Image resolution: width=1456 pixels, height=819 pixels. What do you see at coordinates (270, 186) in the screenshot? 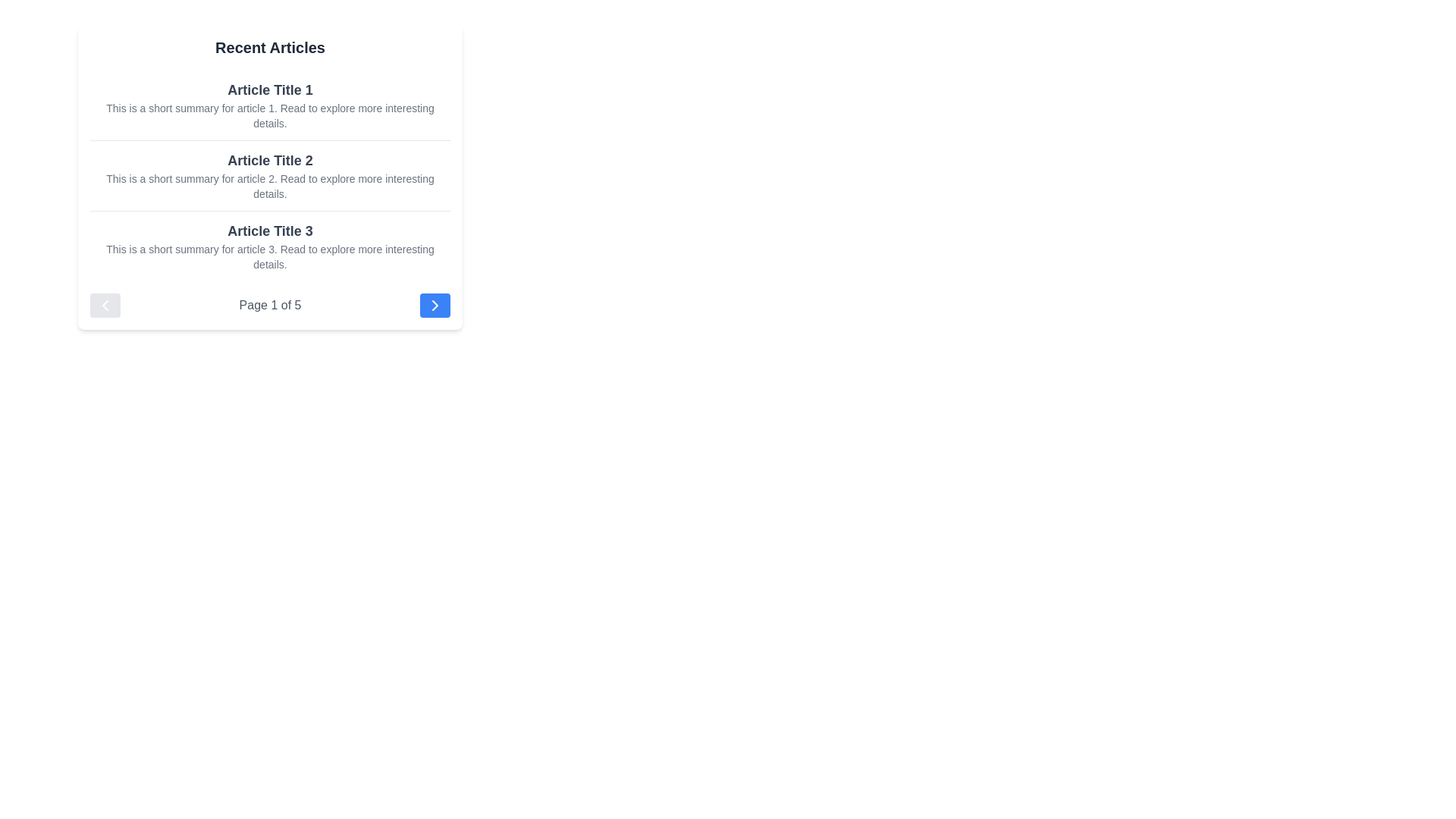
I see `the text content that provides a brief summary of the associated article, which is located below the title 'Article Title 2' in the 'Recent Articles' section` at bounding box center [270, 186].